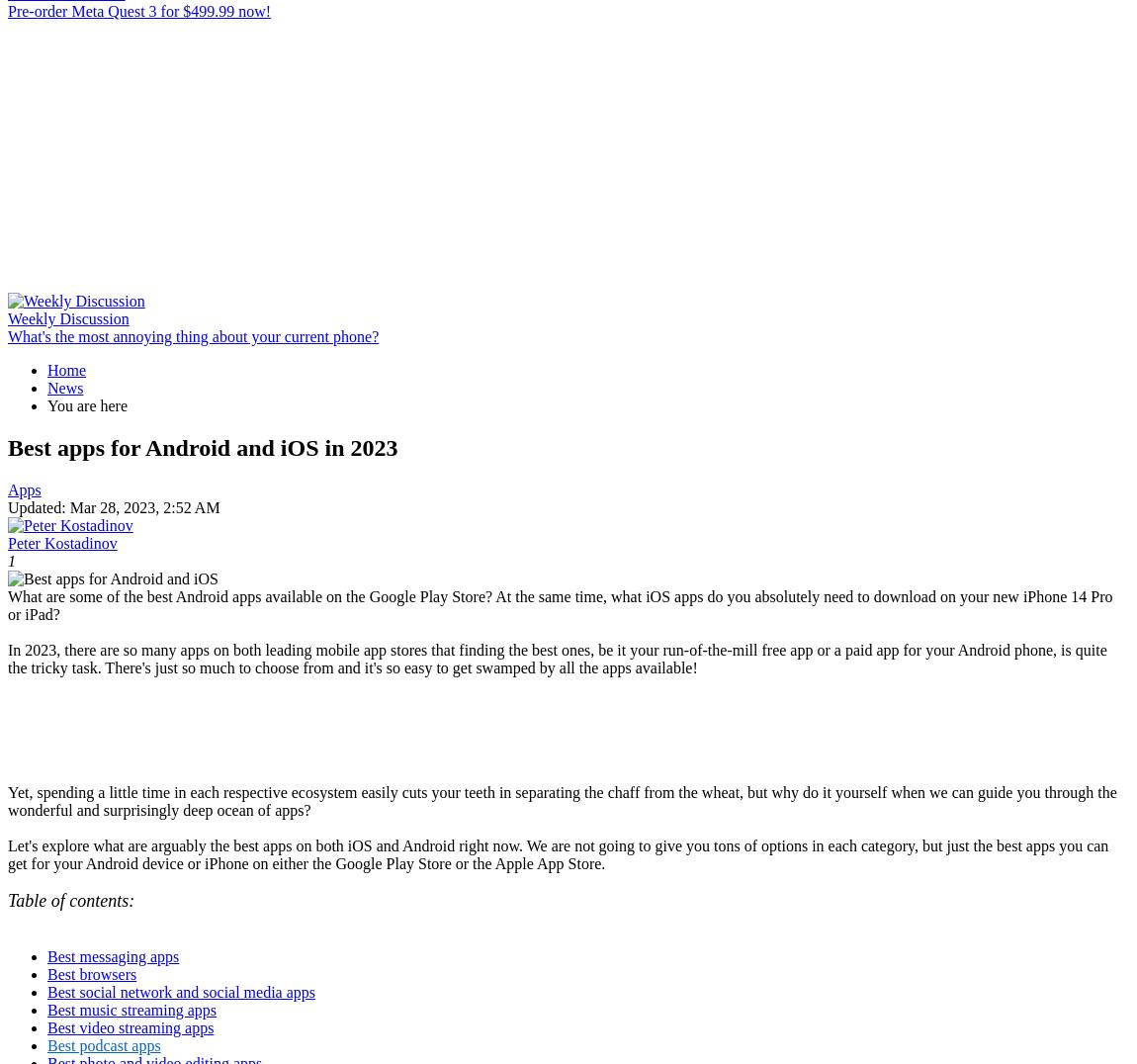  What do you see at coordinates (45, 990) in the screenshot?
I see `'Best social network and social media apps'` at bounding box center [45, 990].